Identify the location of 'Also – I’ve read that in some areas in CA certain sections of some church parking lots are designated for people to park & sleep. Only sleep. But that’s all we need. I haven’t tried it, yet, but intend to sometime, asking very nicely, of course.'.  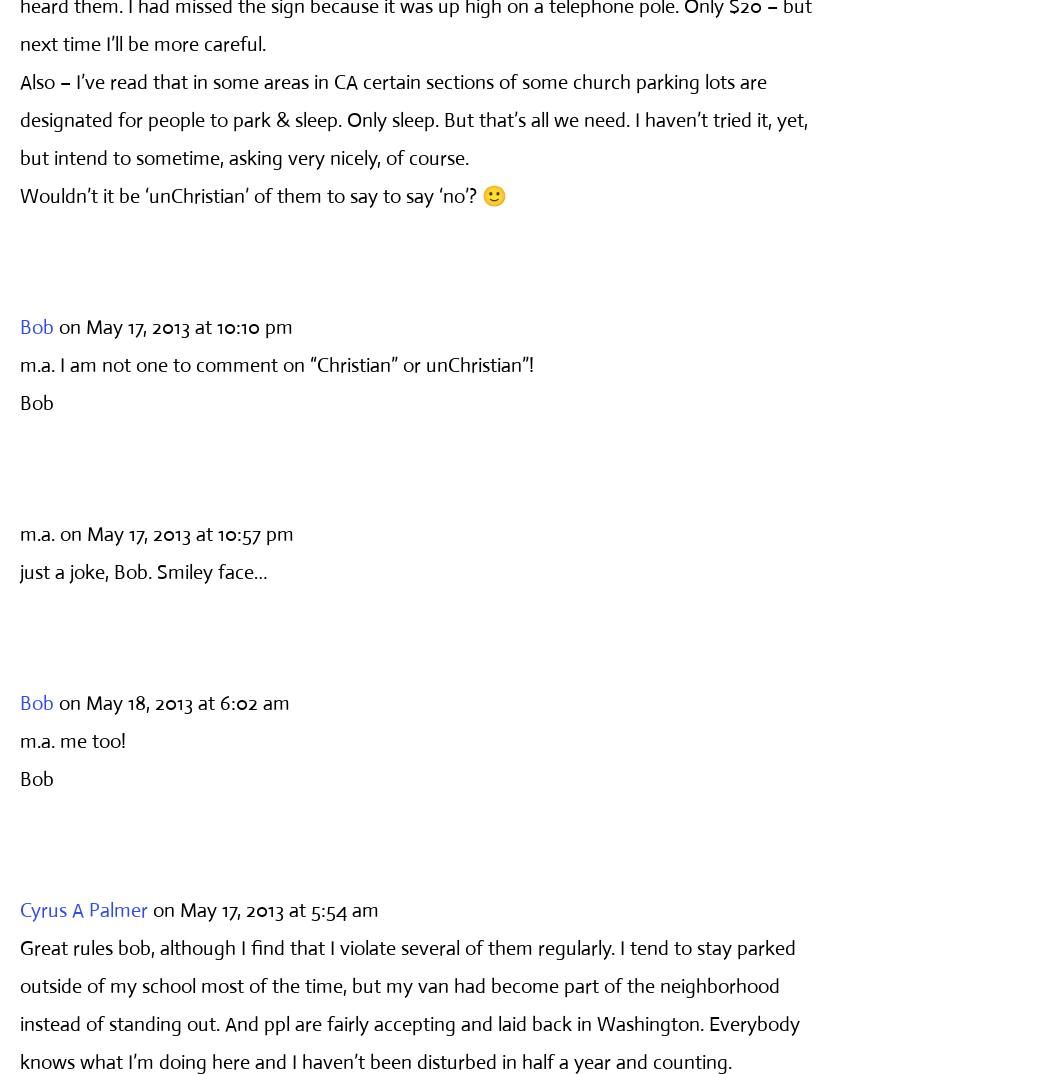
(413, 118).